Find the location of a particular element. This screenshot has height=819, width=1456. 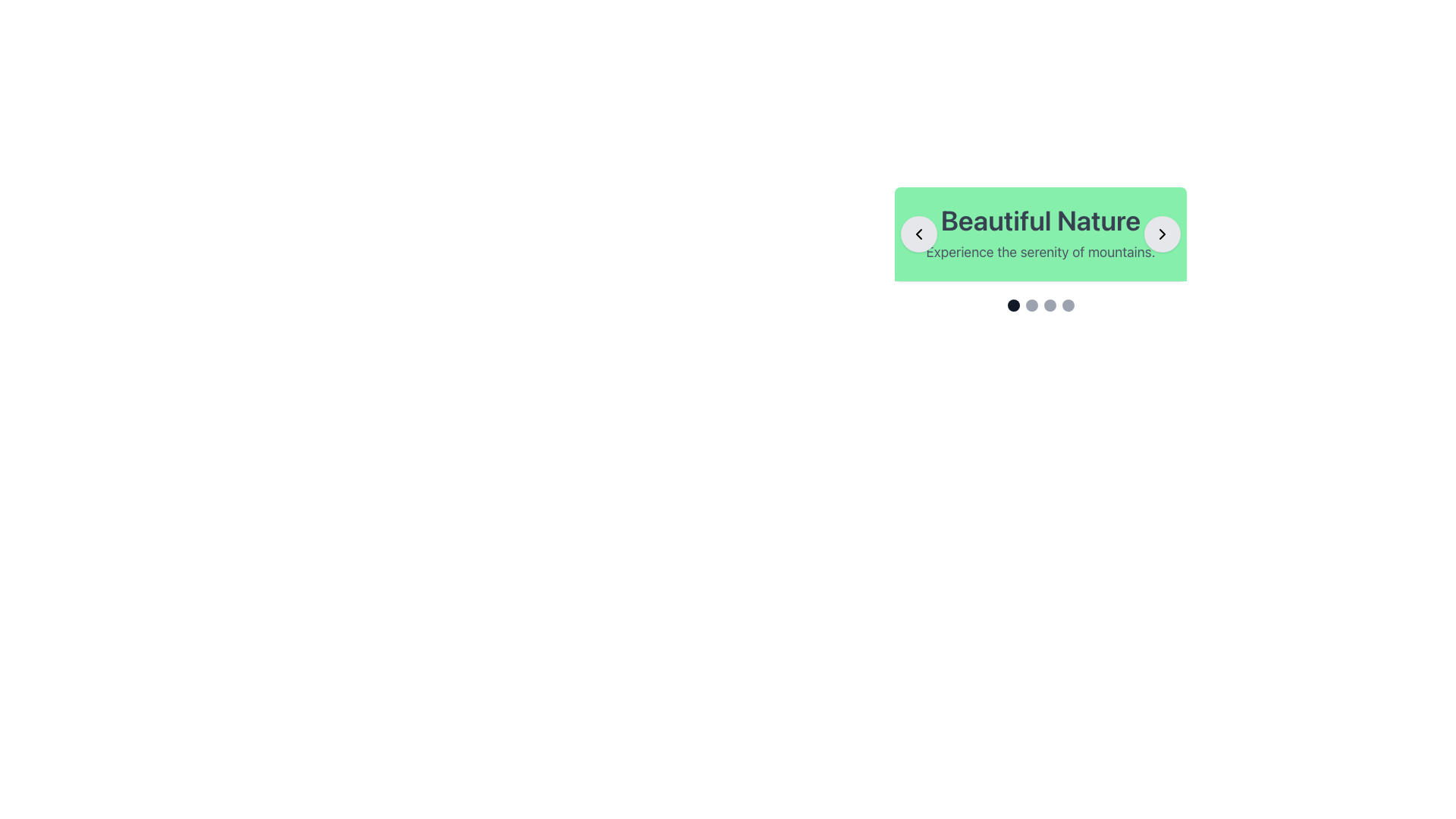

the left navigation Icon inside the circular Button is located at coordinates (918, 234).